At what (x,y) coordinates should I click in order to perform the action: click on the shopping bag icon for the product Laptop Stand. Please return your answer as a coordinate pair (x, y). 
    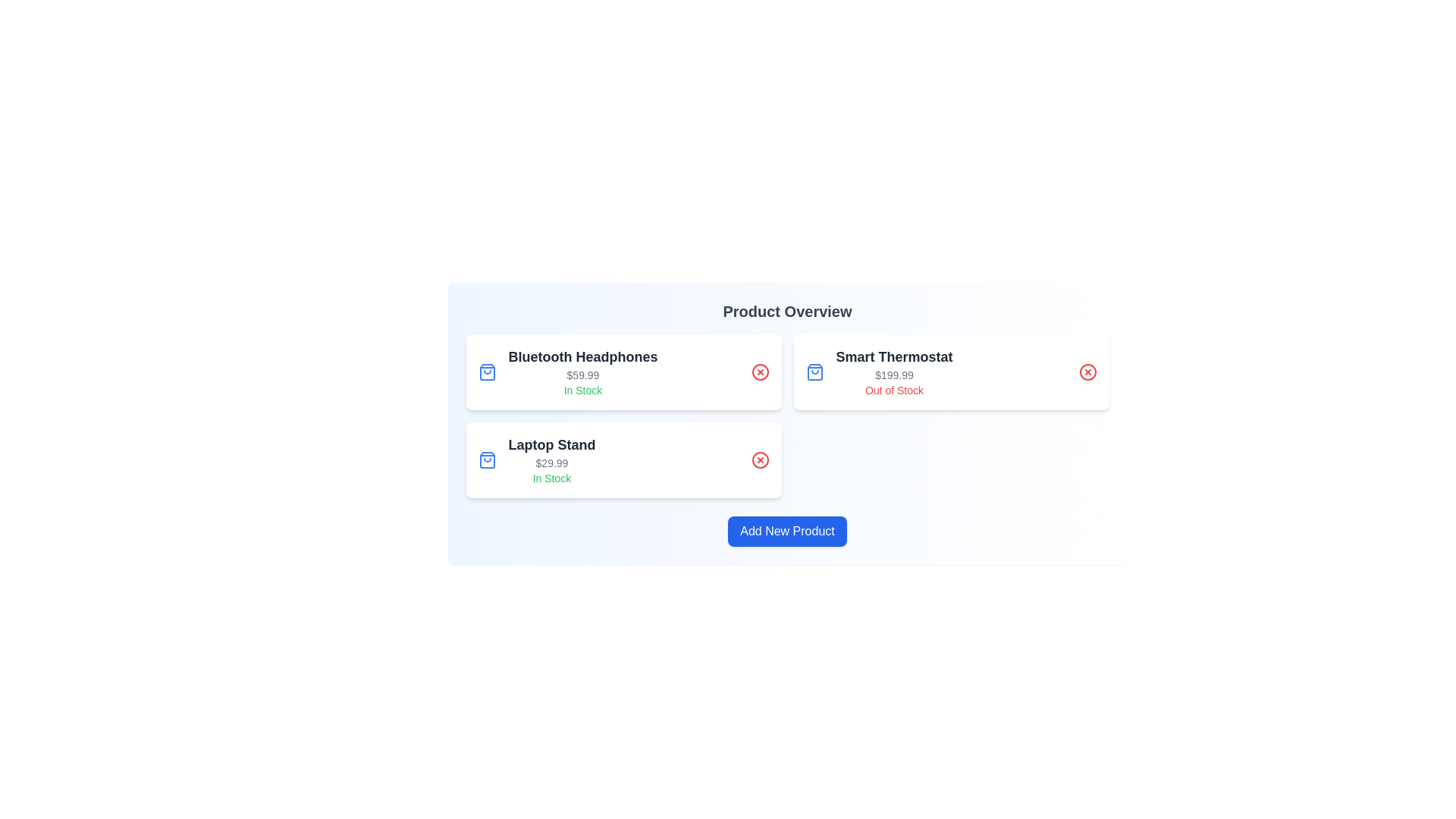
    Looking at the image, I should click on (487, 459).